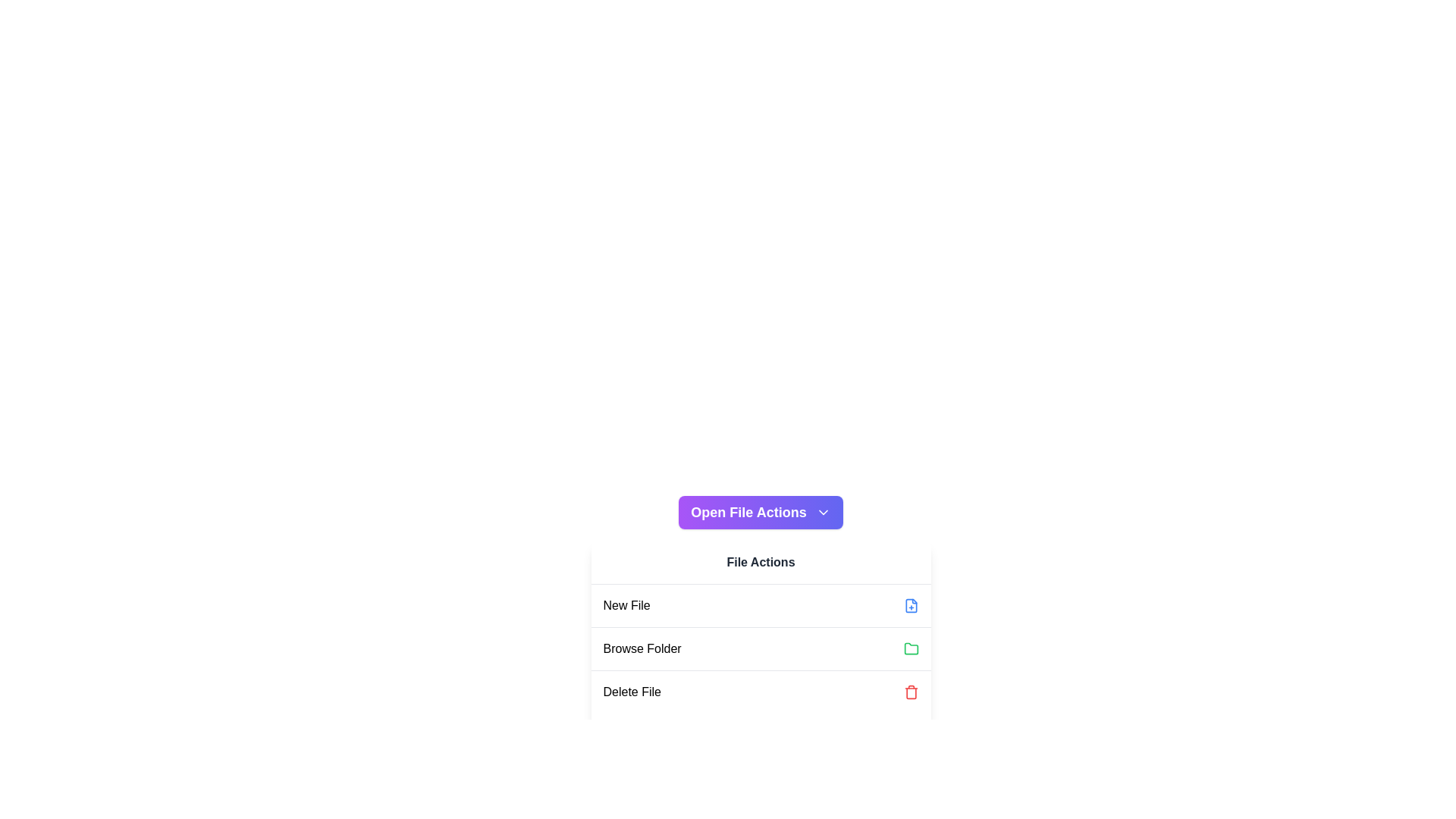  Describe the element at coordinates (626, 604) in the screenshot. I see `the informative label for creating a new file, which is the first entry under the 'File Actions' heading` at that location.